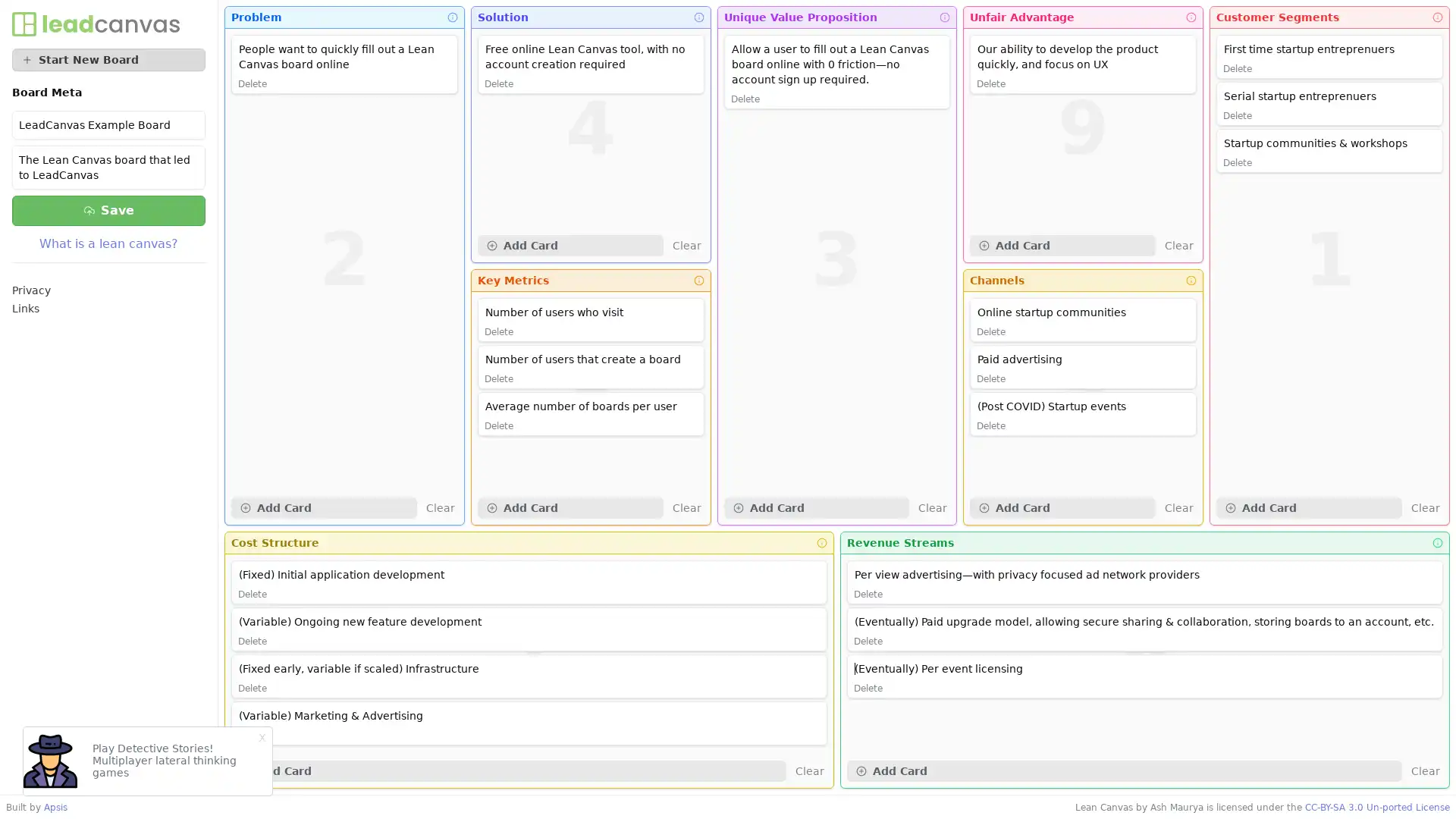 The width and height of the screenshot is (1456, 819). What do you see at coordinates (498, 377) in the screenshot?
I see `Delete` at bounding box center [498, 377].